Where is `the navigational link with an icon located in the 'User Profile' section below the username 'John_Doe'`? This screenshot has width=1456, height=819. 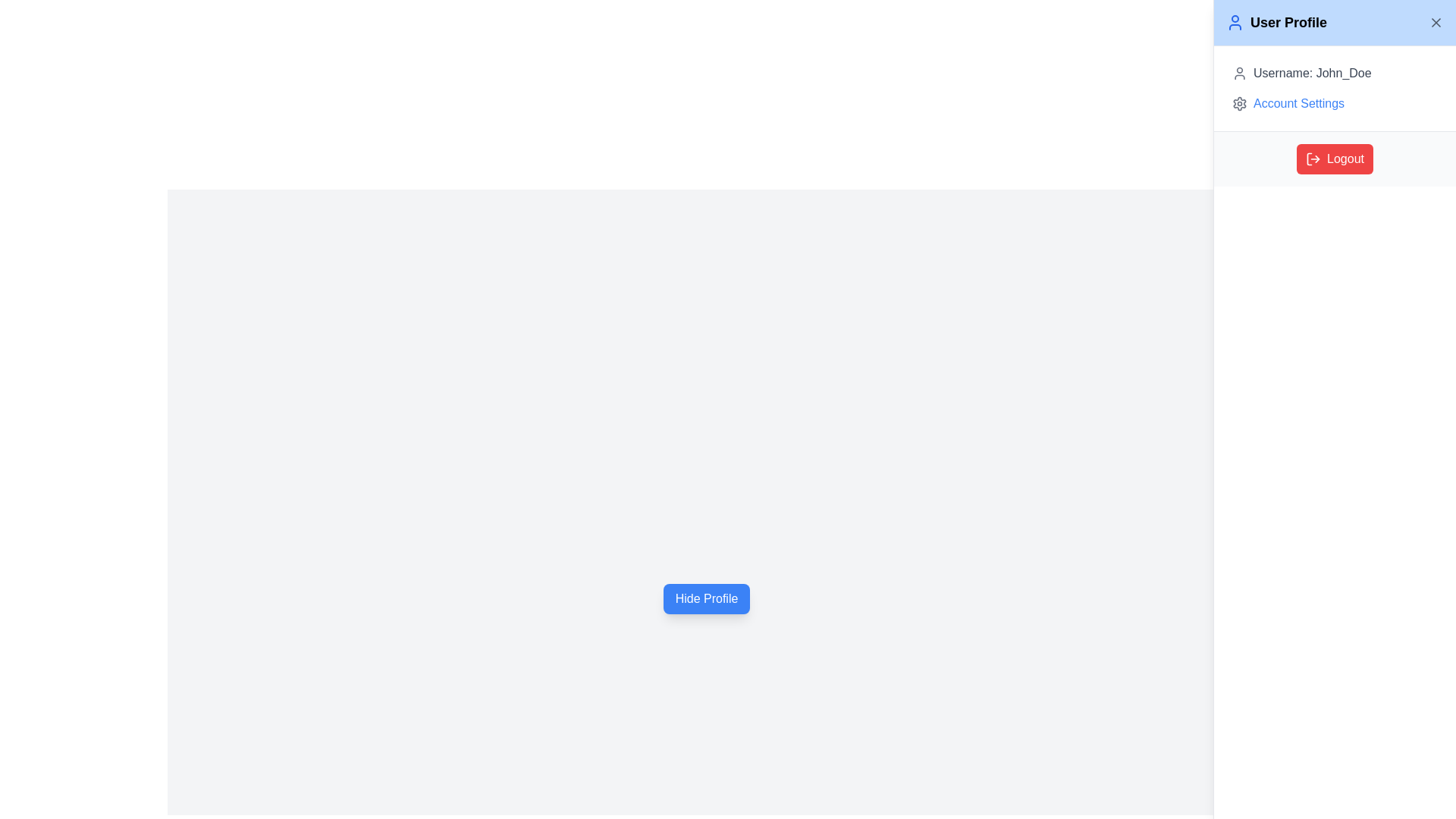 the navigational link with an icon located in the 'User Profile' section below the username 'John_Doe' is located at coordinates (1335, 103).